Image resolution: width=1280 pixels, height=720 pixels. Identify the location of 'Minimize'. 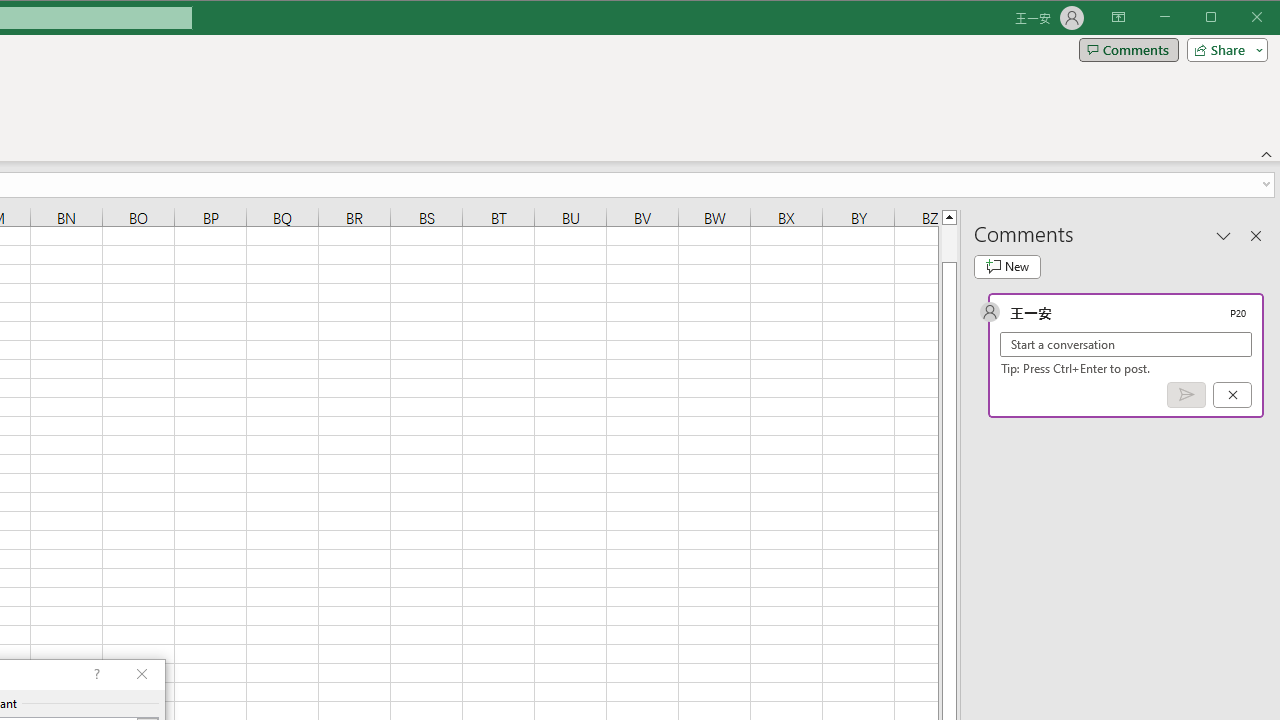
(1216, 19).